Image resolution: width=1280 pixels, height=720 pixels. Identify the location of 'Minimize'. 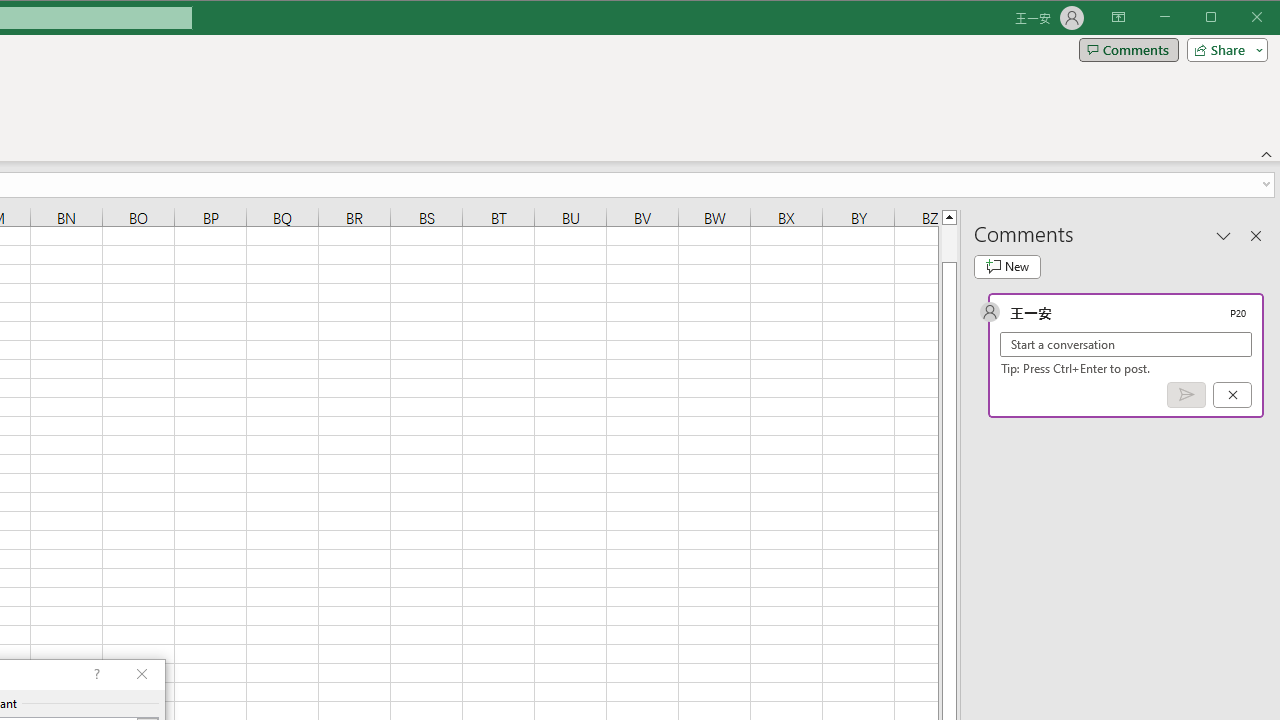
(1216, 19).